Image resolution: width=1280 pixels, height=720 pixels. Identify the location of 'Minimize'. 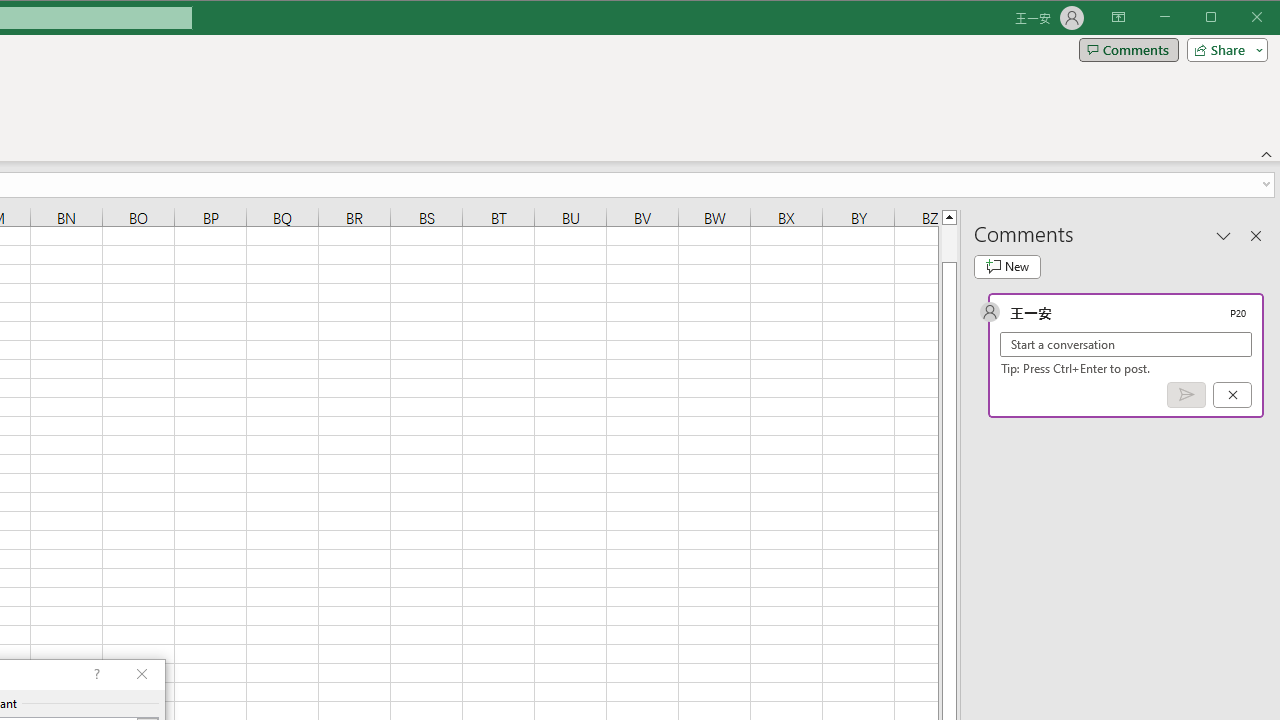
(1216, 19).